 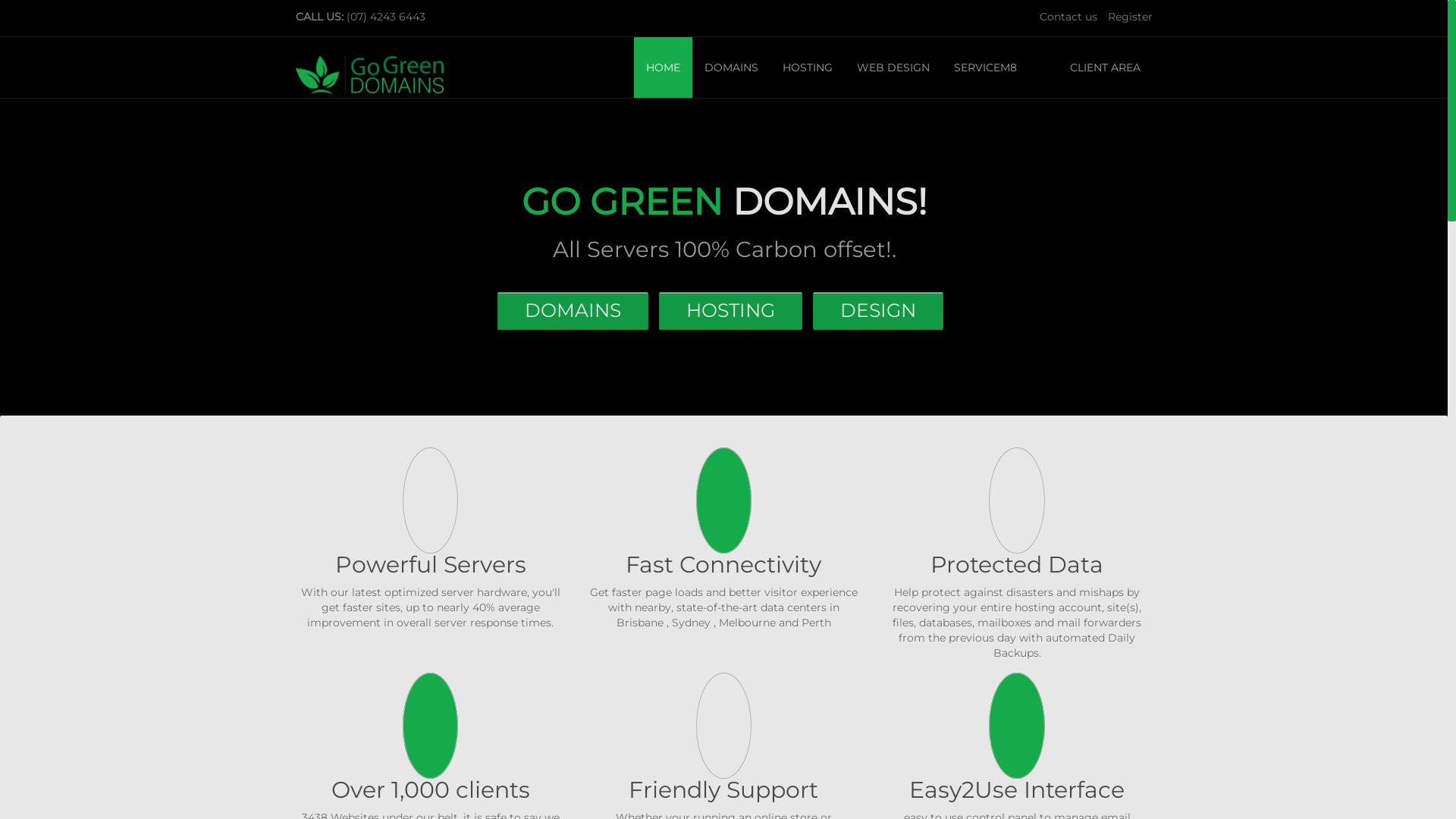 I want to click on '  CLIENT AREA', so click(x=1101, y=66).